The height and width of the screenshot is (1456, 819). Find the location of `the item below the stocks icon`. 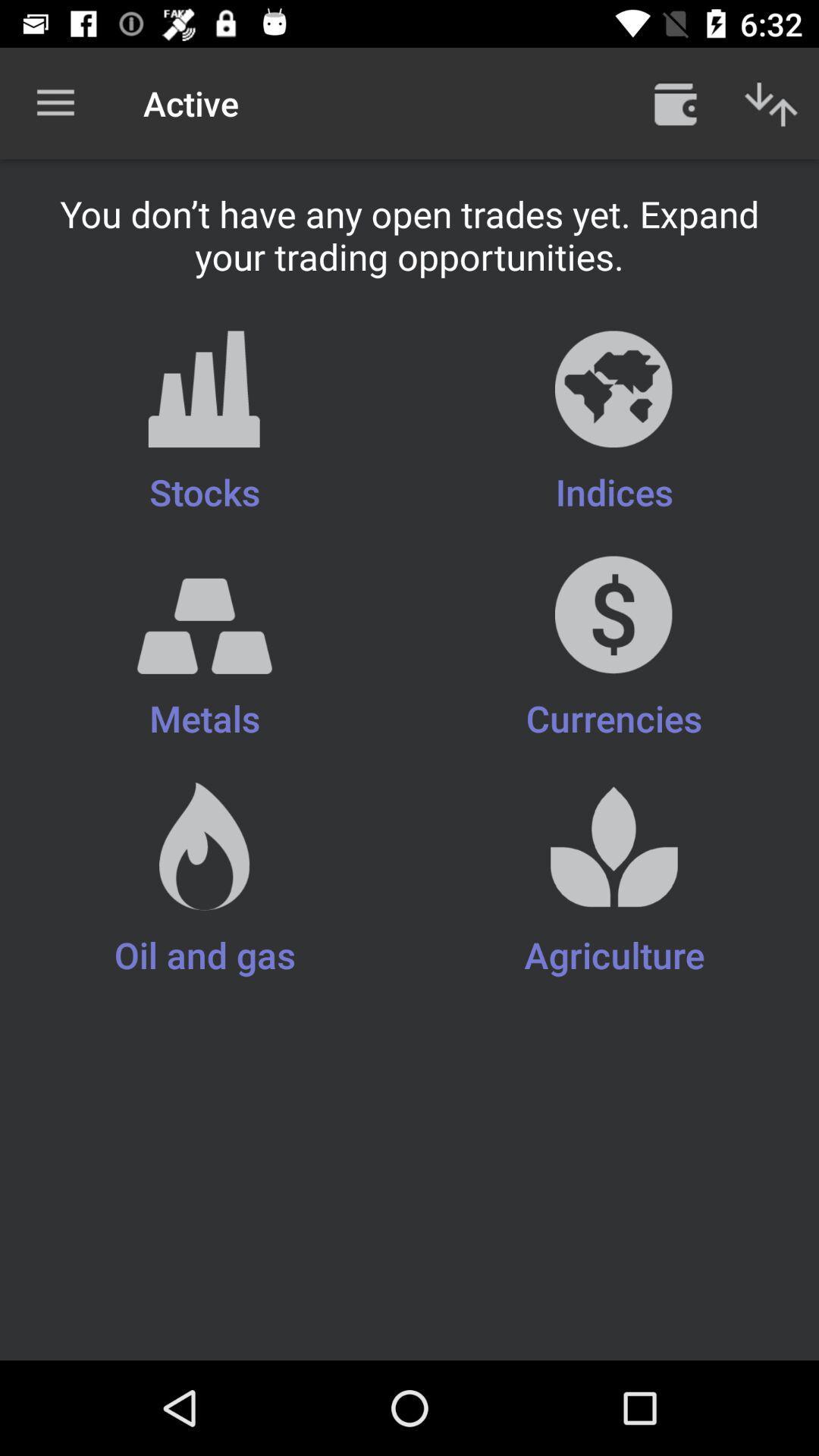

the item below the stocks icon is located at coordinates (205, 661).